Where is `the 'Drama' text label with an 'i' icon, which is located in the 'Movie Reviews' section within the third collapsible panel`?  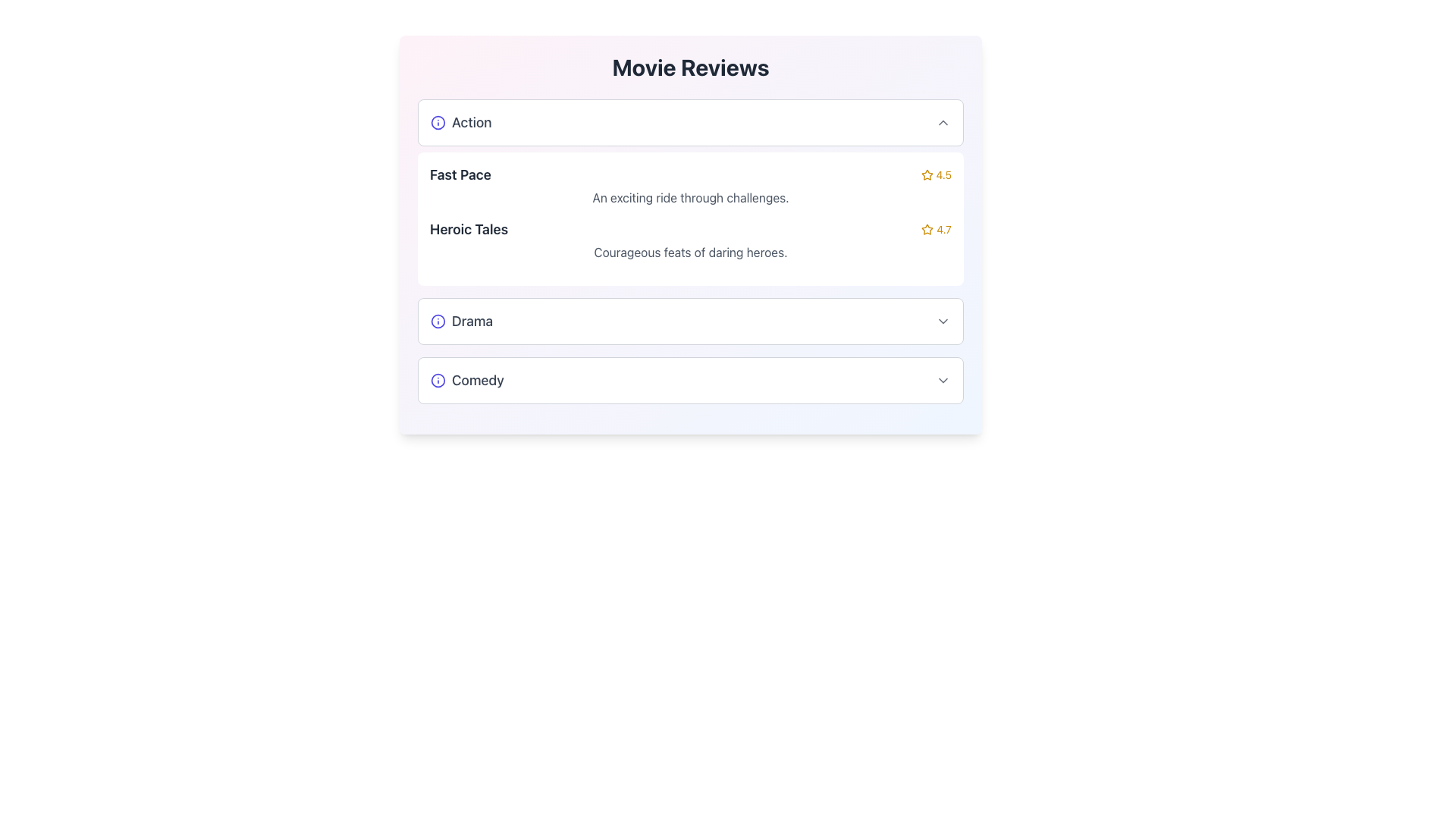 the 'Drama' text label with an 'i' icon, which is located in the 'Movie Reviews' section within the third collapsible panel is located at coordinates (461, 321).